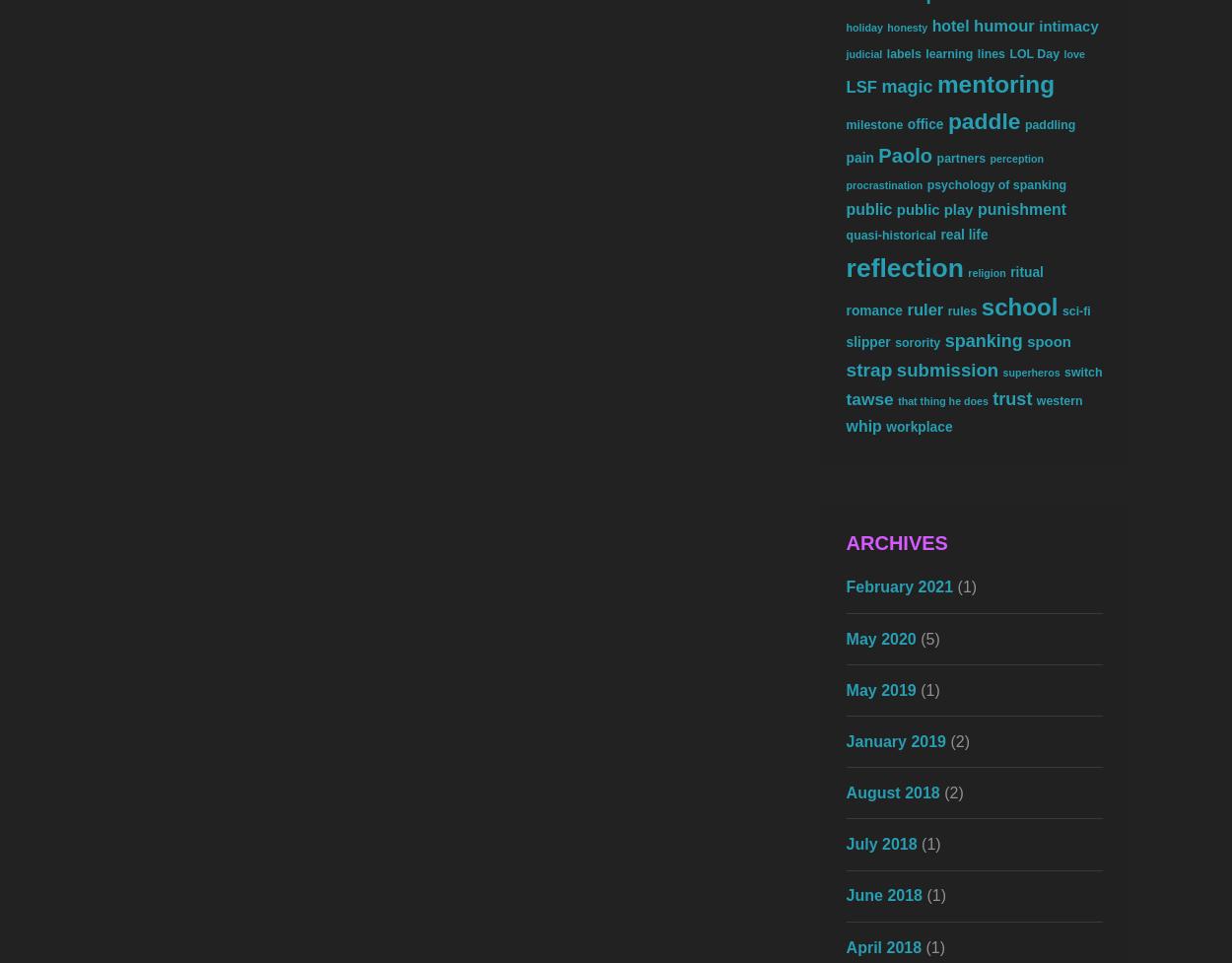 The height and width of the screenshot is (963, 1232). I want to click on 'sci-fi', so click(1074, 310).